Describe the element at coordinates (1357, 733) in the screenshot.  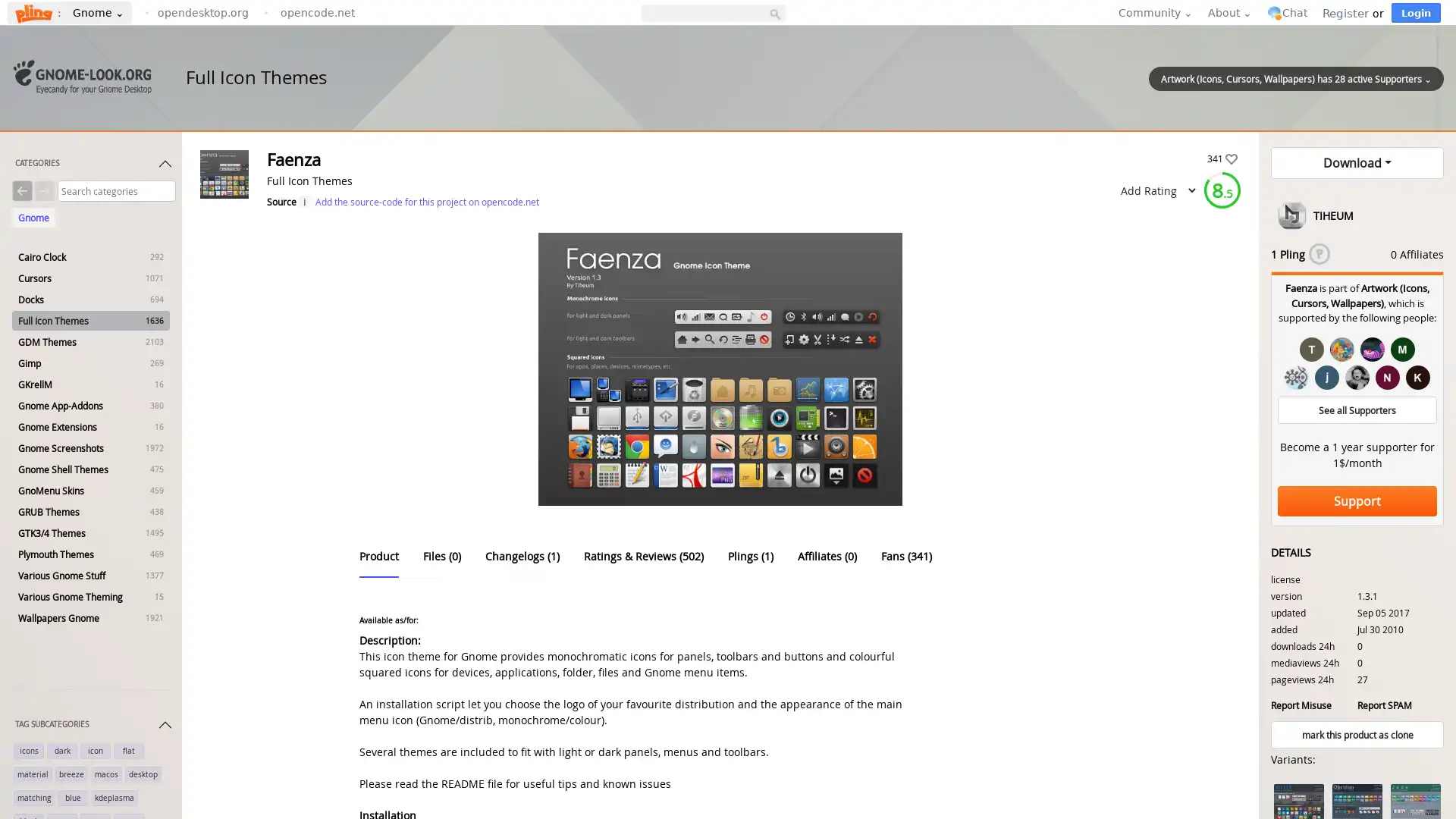
I see `mark this product as clone` at that location.